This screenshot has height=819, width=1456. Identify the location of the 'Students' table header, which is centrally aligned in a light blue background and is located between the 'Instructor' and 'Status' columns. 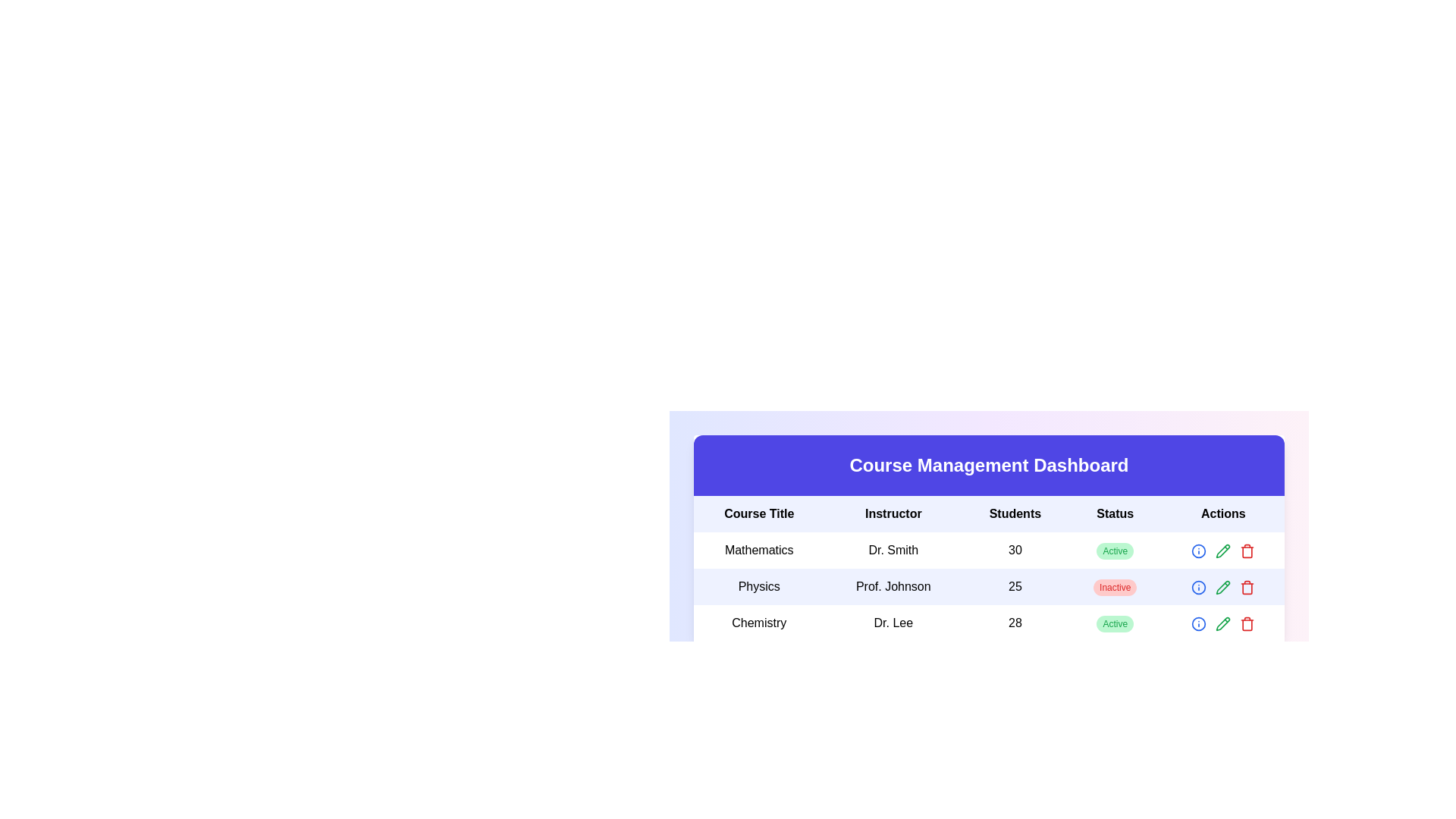
(989, 513).